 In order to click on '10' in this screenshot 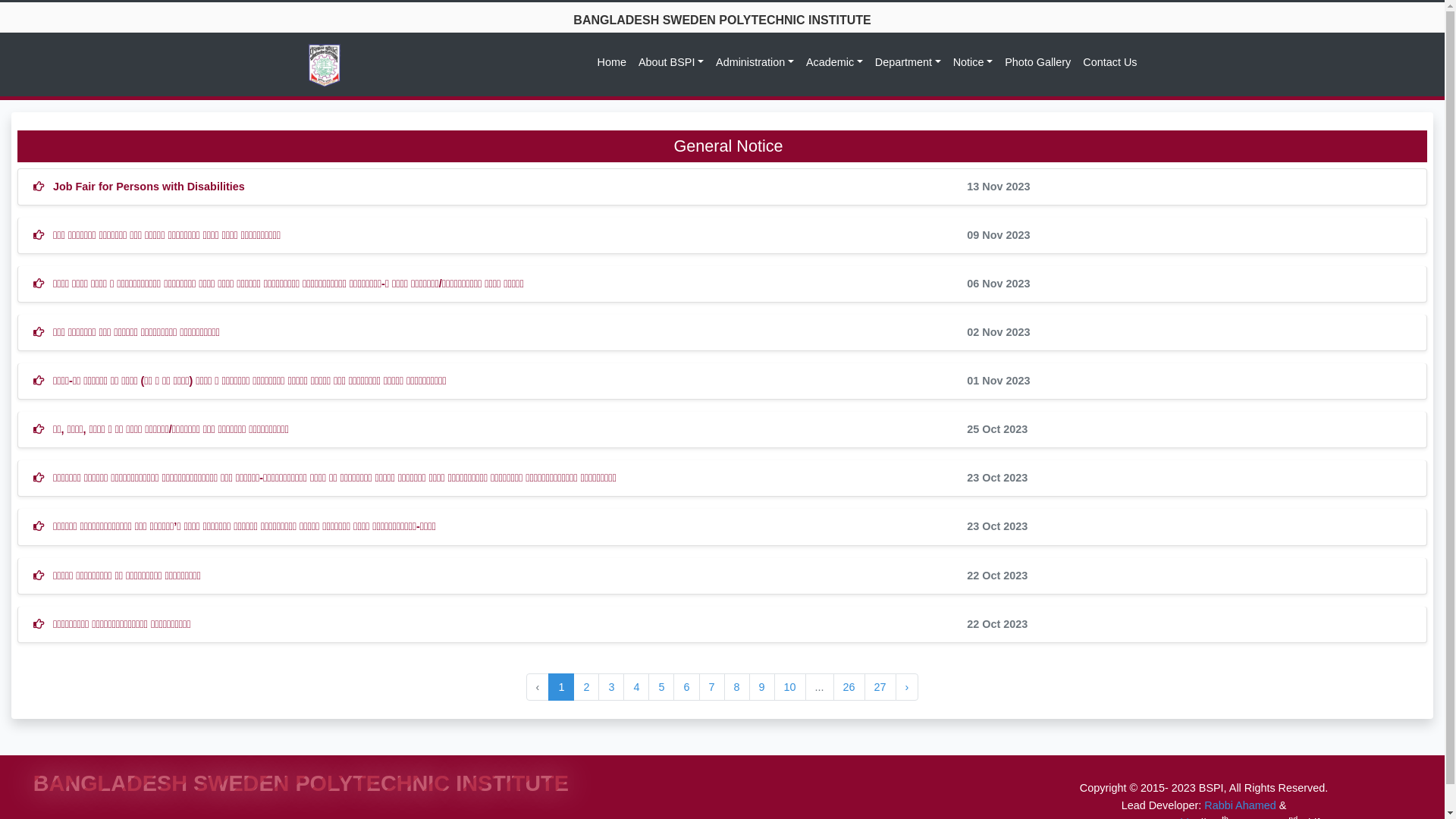, I will do `click(789, 687)`.